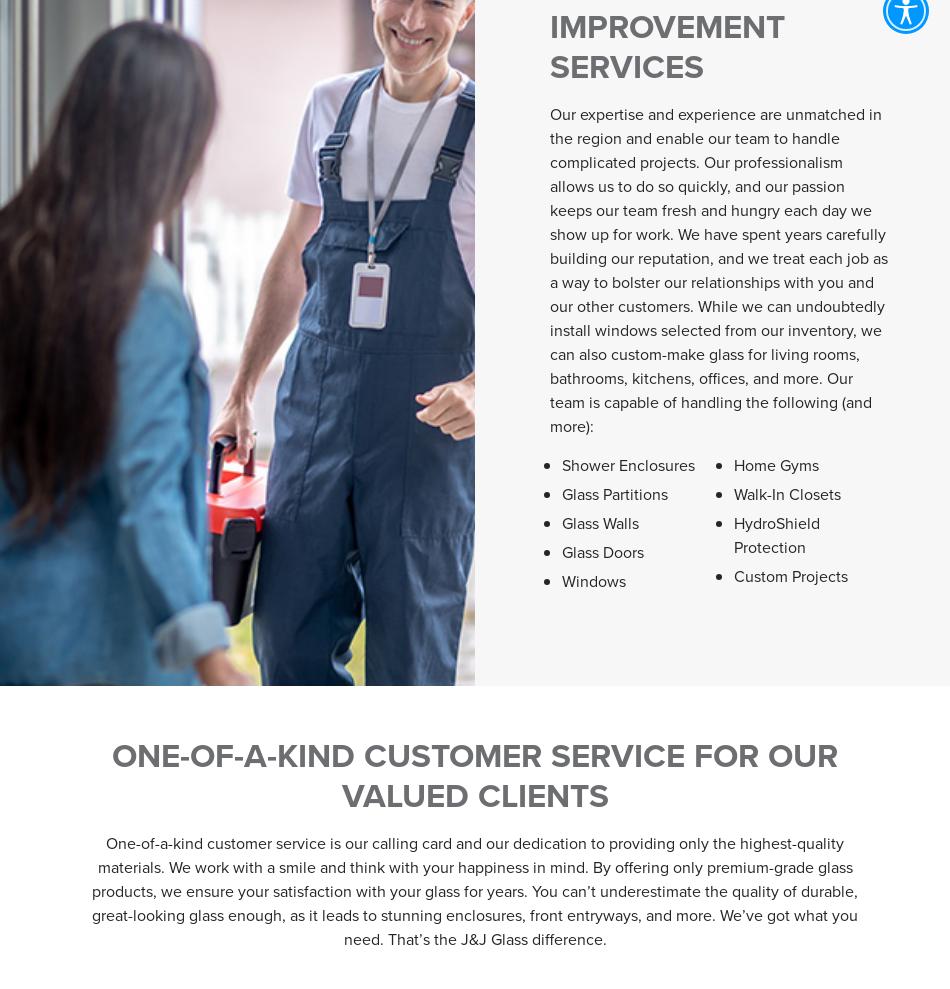 The height and width of the screenshot is (989, 950). What do you see at coordinates (615, 492) in the screenshot?
I see `'Glass Partitions'` at bounding box center [615, 492].